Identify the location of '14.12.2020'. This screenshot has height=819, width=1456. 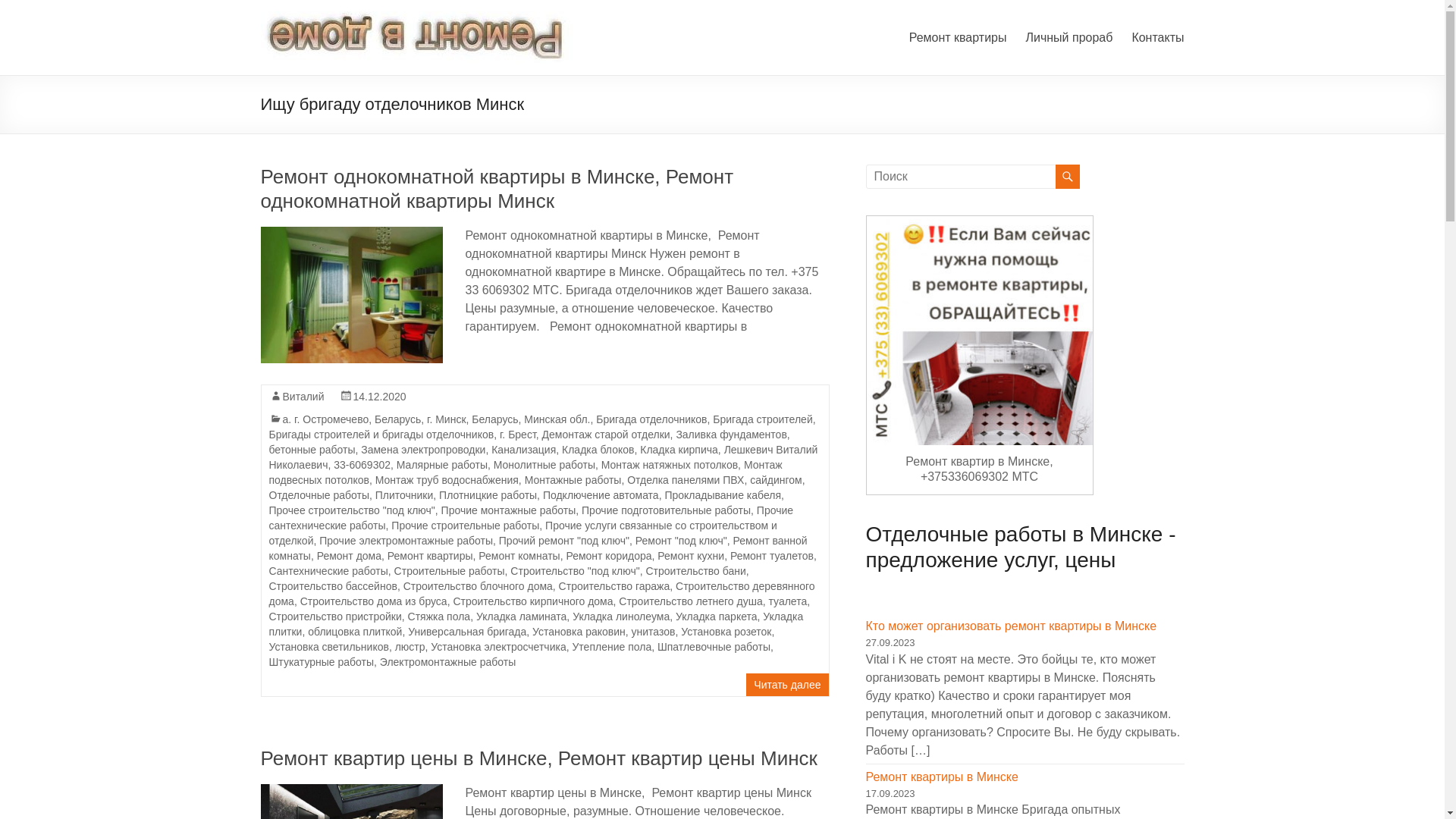
(379, 396).